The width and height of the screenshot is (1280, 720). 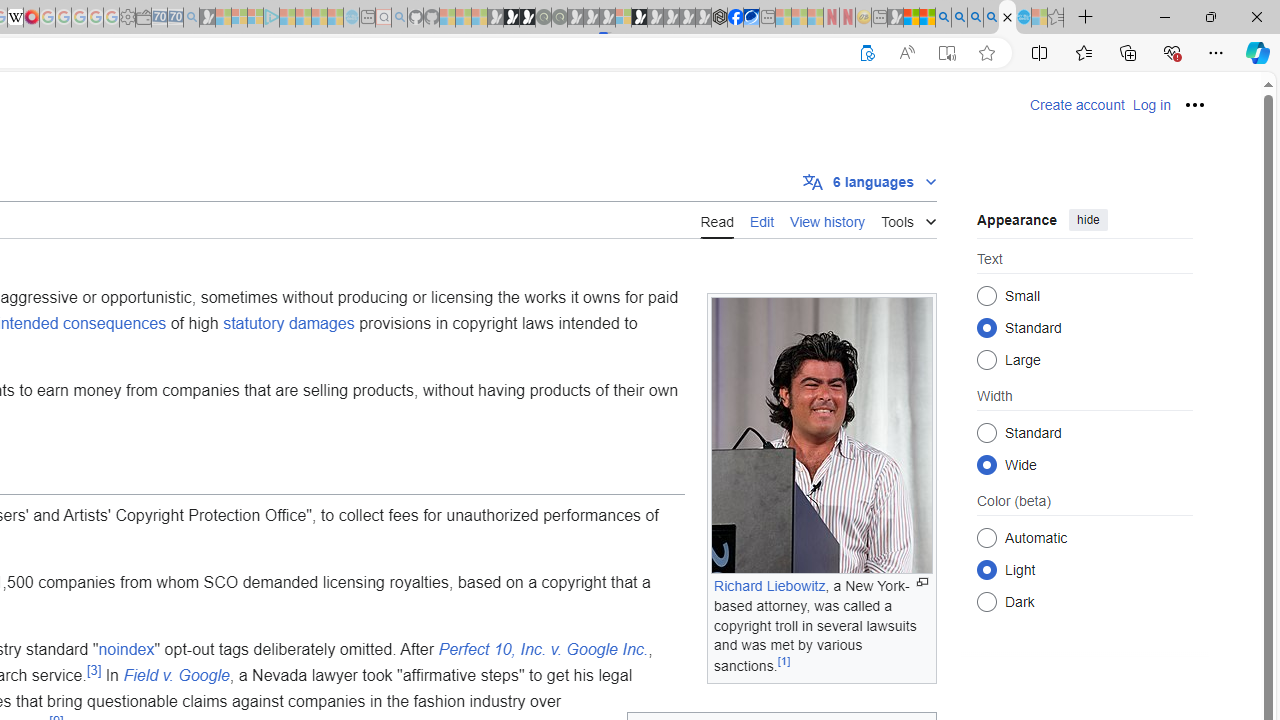 I want to click on 'Log in', so click(x=1151, y=105).